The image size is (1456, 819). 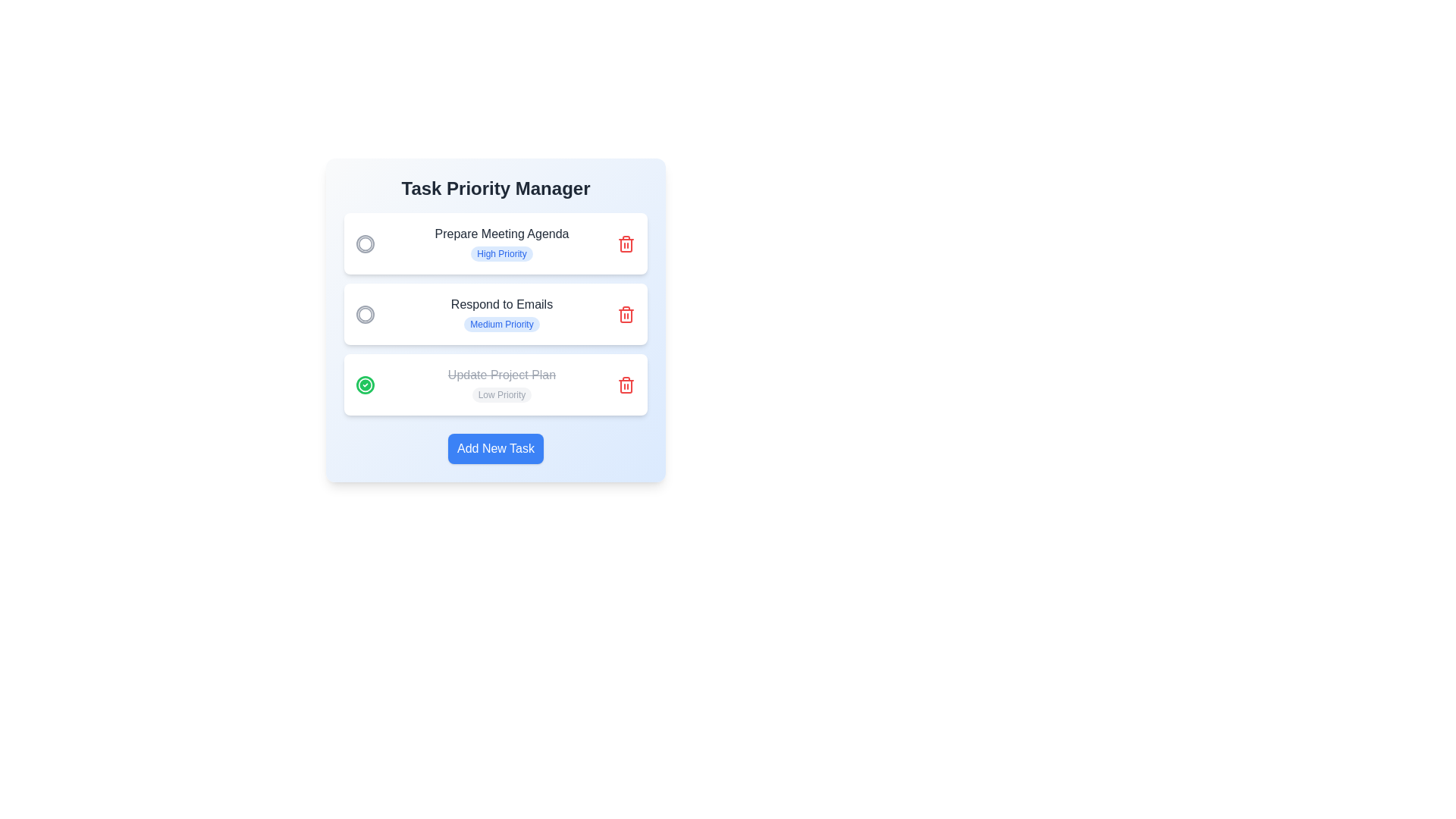 I want to click on the text label displaying 'Respond to Emails', which is styled in a medium-sized dark-gray font and is located within the second task entry of the task list, so click(x=502, y=304).